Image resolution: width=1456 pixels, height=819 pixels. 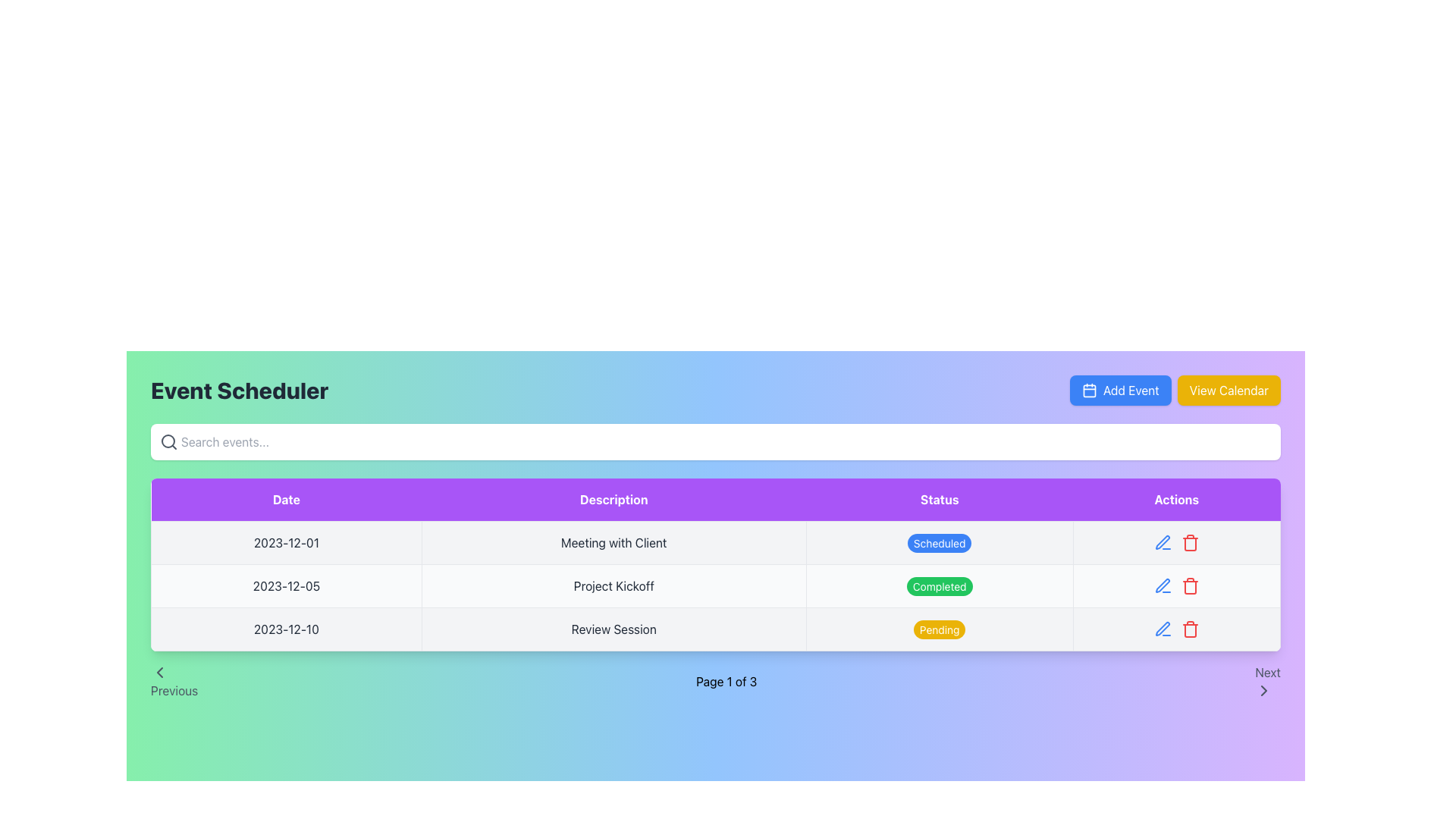 What do you see at coordinates (939, 542) in the screenshot?
I see `the button-like label with the text 'Scheduled' that has rounded borders and a blue background, located in the 'Status' column of the first row in a data table` at bounding box center [939, 542].